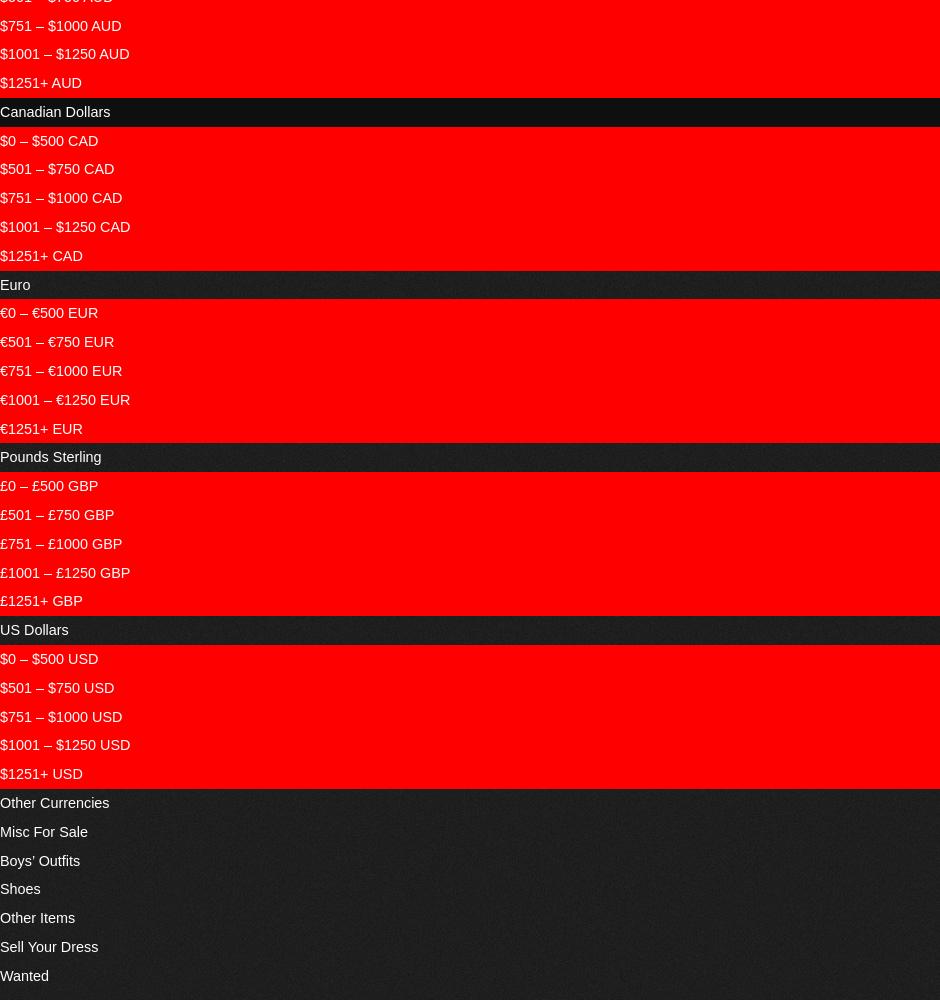  What do you see at coordinates (53, 803) in the screenshot?
I see `'Other Currencies'` at bounding box center [53, 803].